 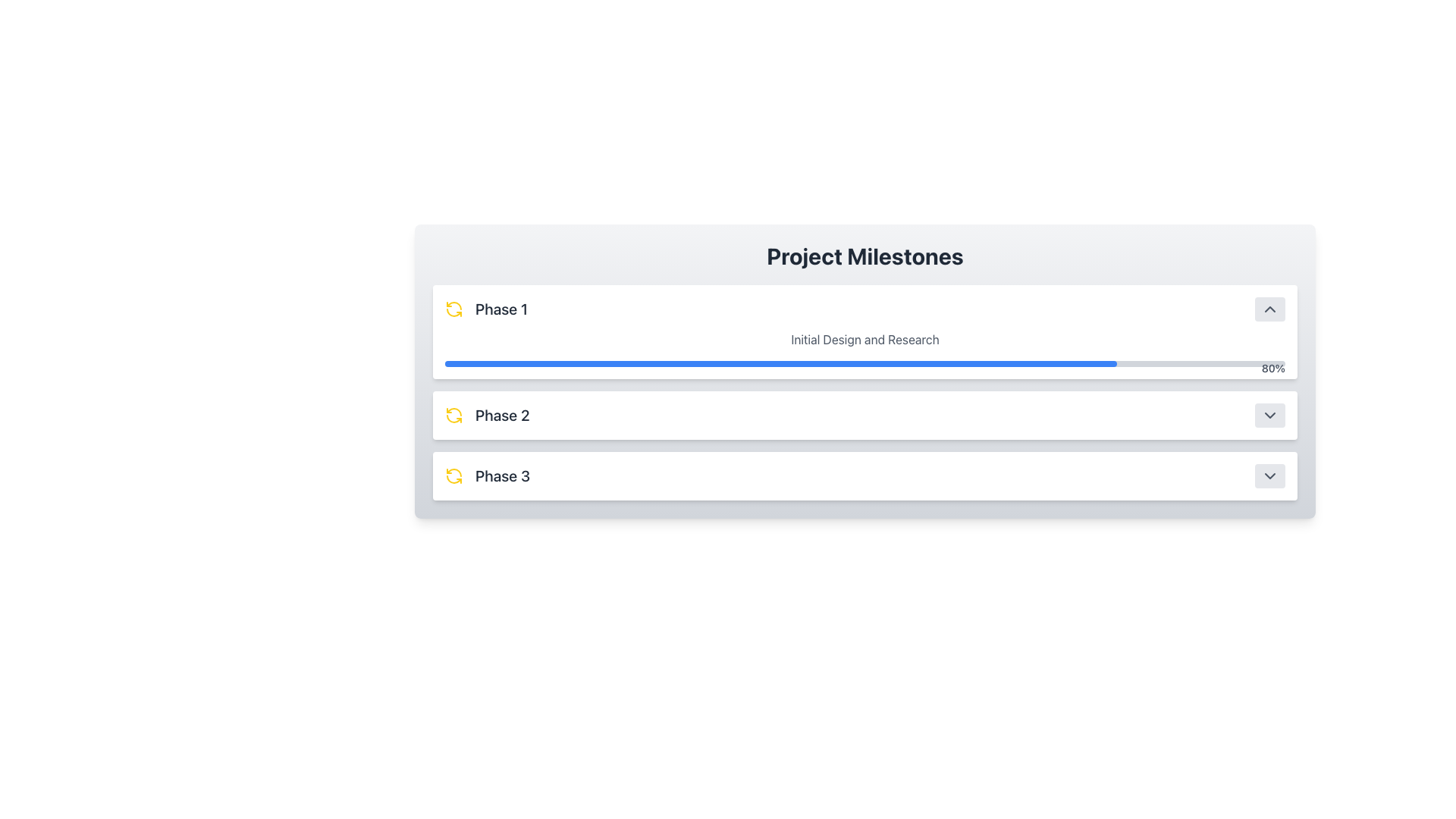 I want to click on the progress bar representing 'Initial Design and Research' which displays '80%' and is located in the first collapsible card labeled 'Phase 1', so click(x=865, y=348).